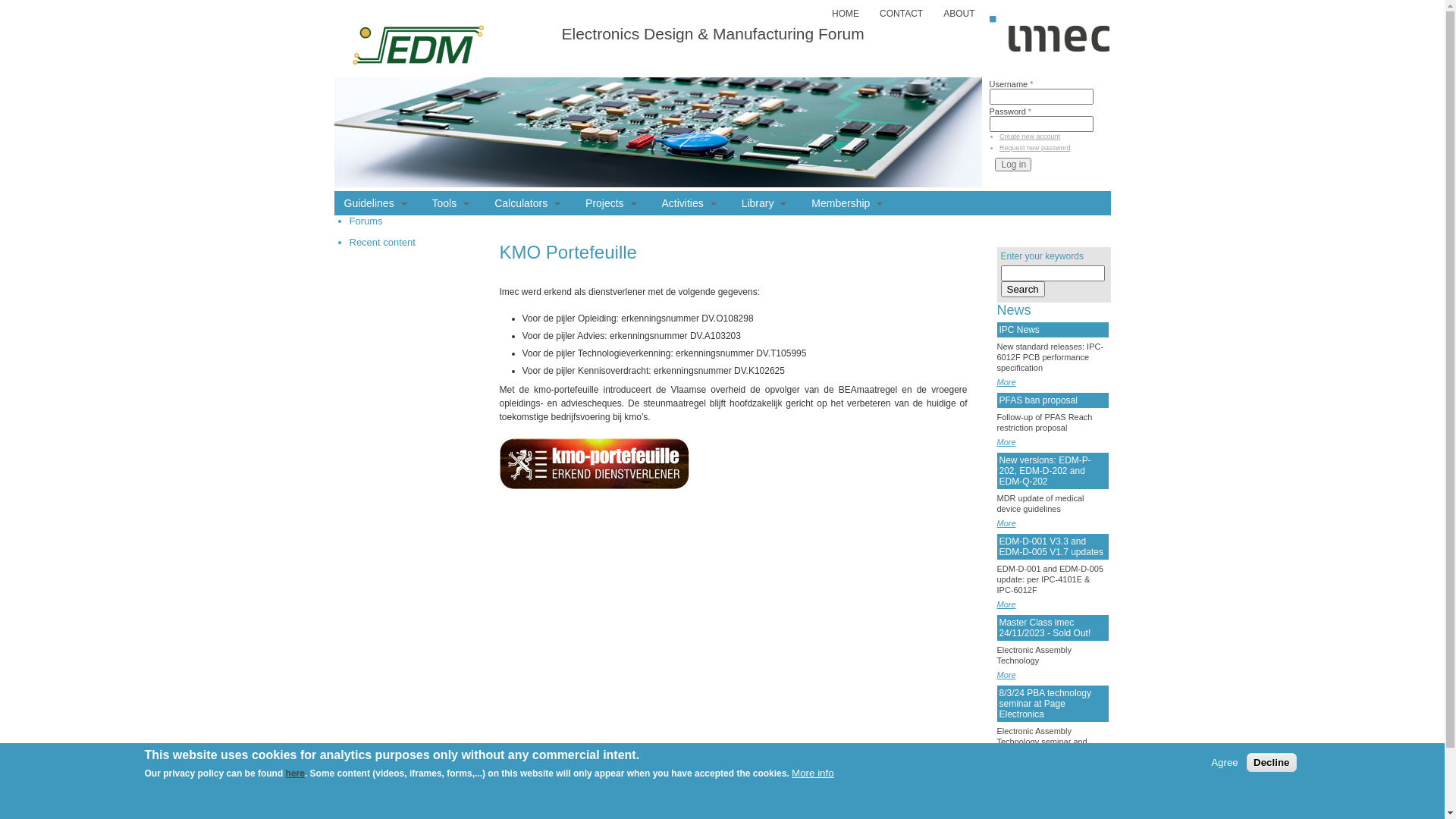 This screenshot has height=819, width=1456. Describe the element at coordinates (1271, 762) in the screenshot. I see `'Decline'` at that location.